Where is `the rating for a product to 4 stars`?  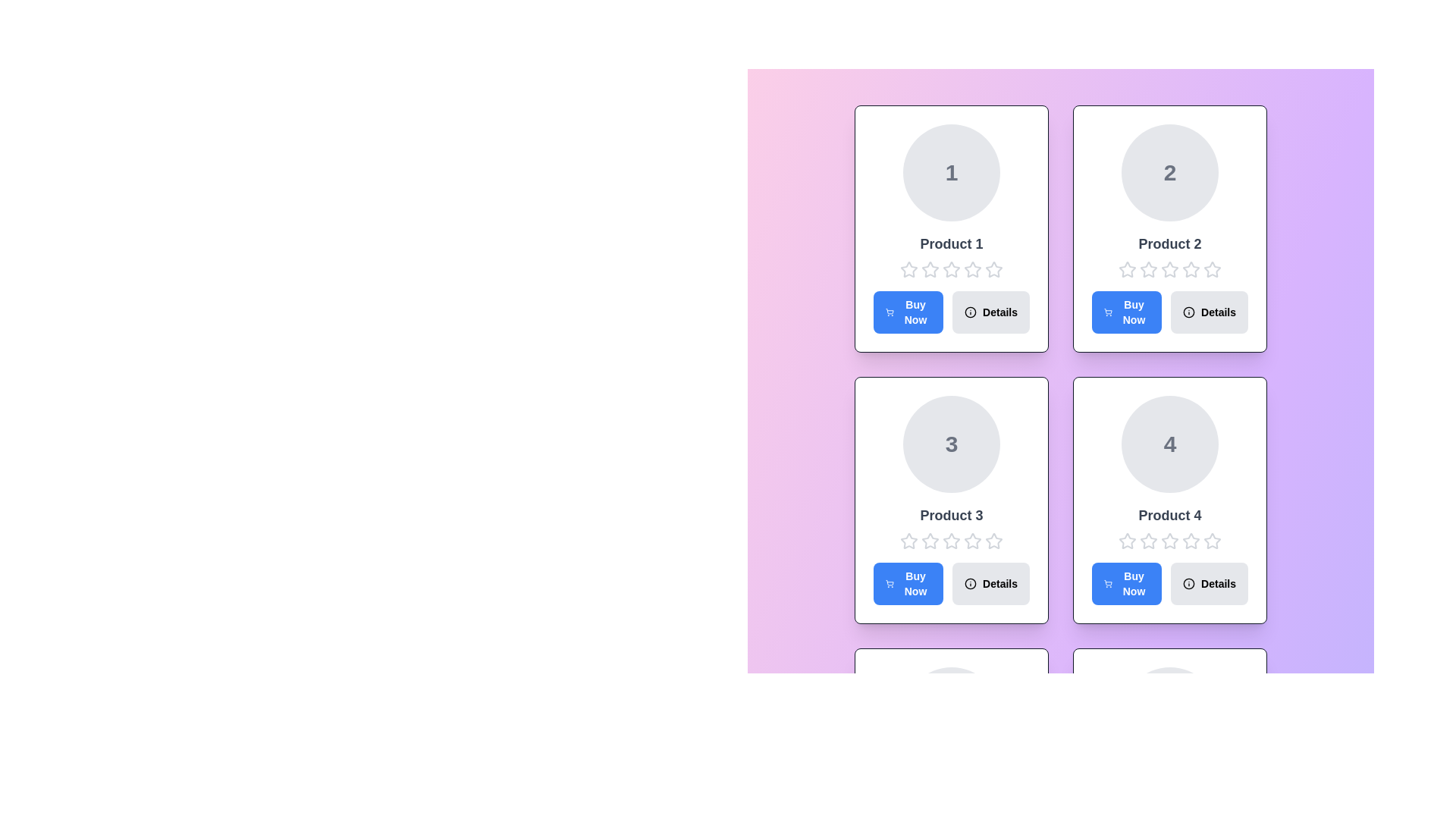
the rating for a product to 4 stars is located at coordinates (972, 268).